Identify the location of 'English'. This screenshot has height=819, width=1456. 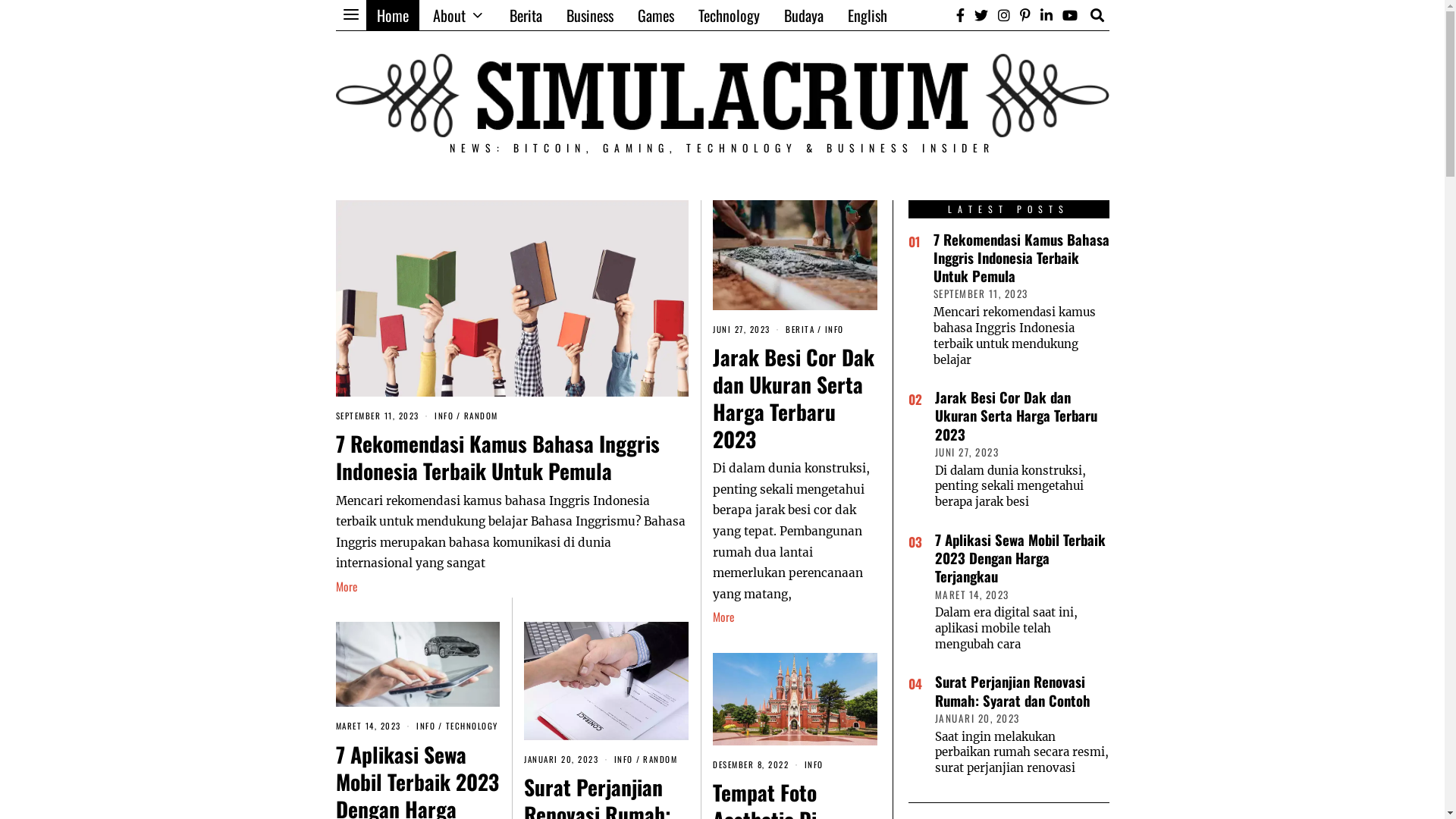
(867, 14).